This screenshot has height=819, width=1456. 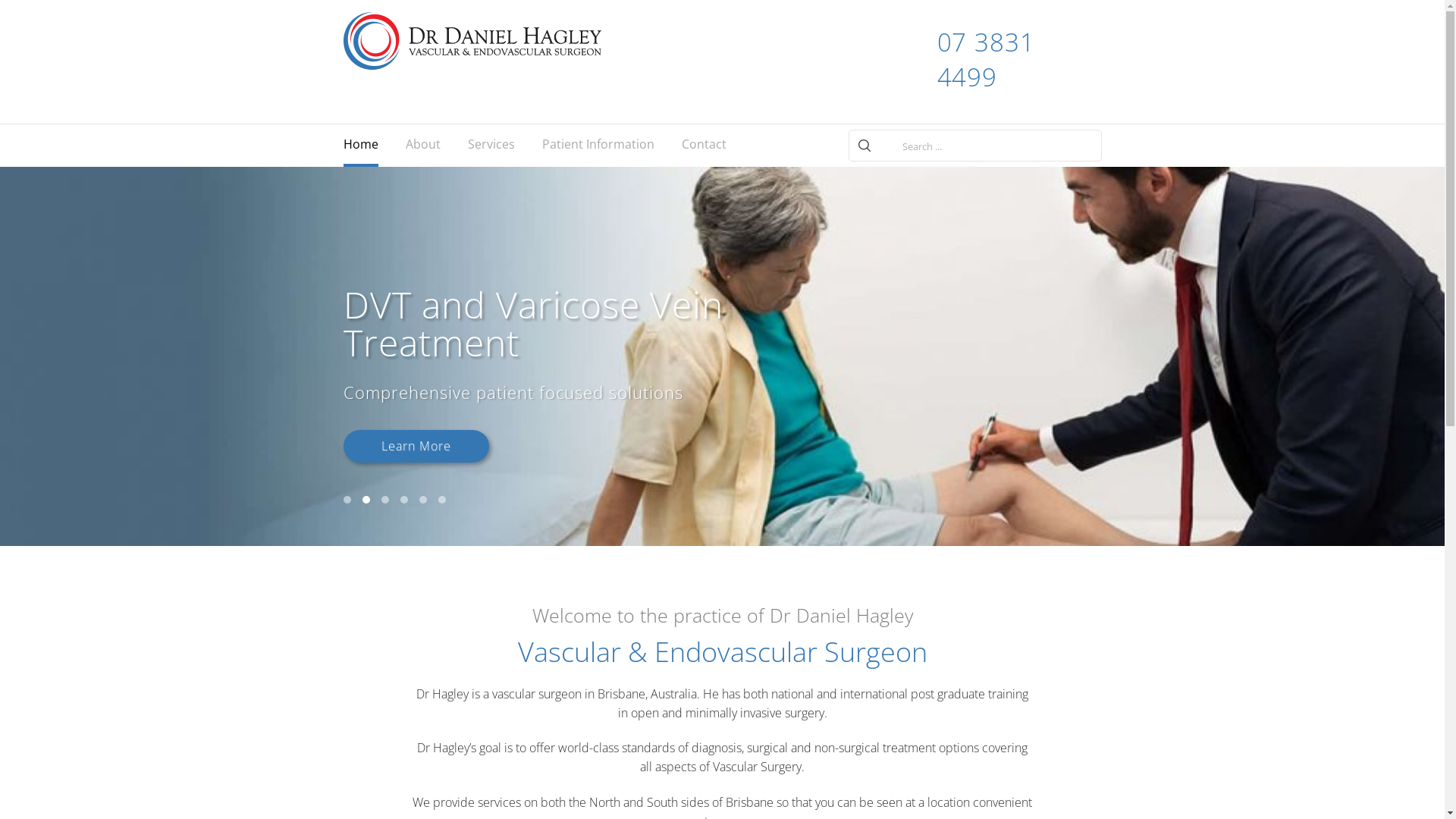 What do you see at coordinates (422, 146) in the screenshot?
I see `'About'` at bounding box center [422, 146].